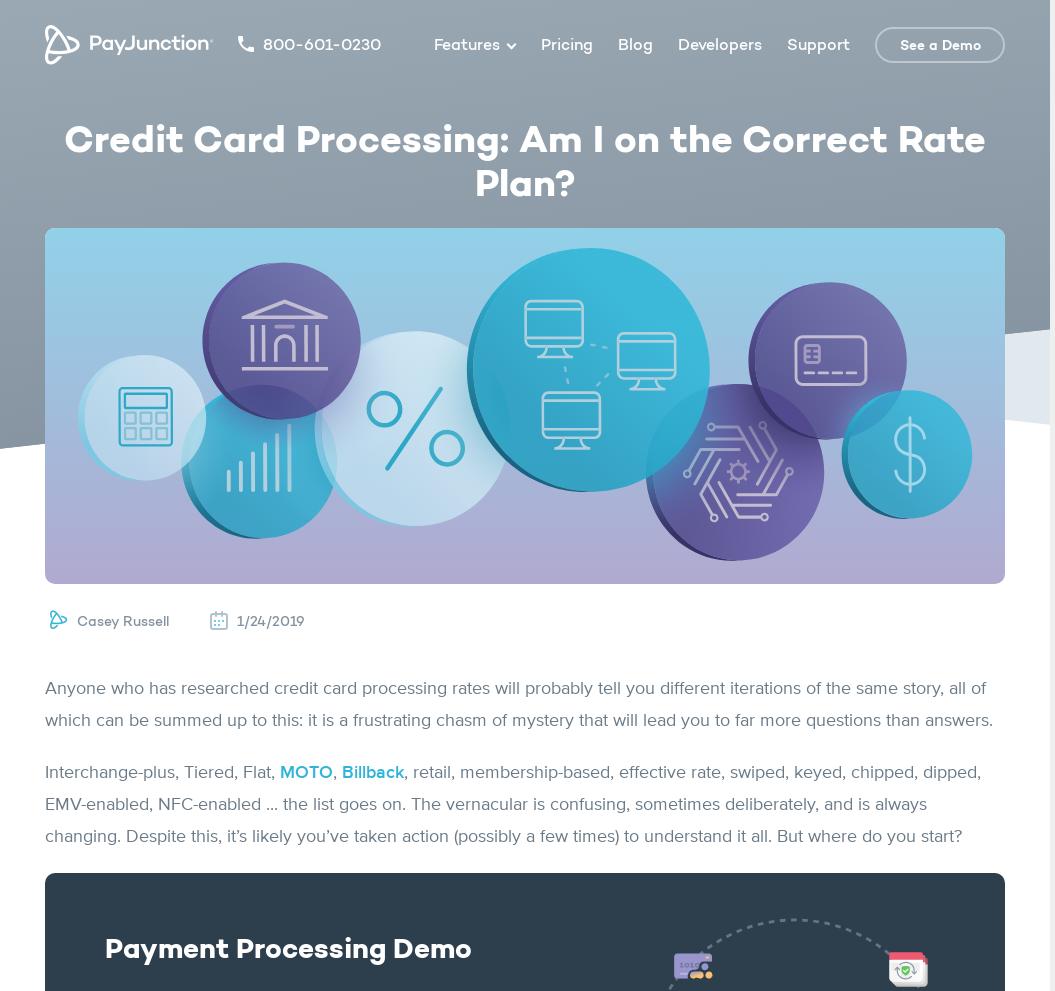 The width and height of the screenshot is (1055, 991). What do you see at coordinates (76, 621) in the screenshot?
I see `'Casey Russell'` at bounding box center [76, 621].